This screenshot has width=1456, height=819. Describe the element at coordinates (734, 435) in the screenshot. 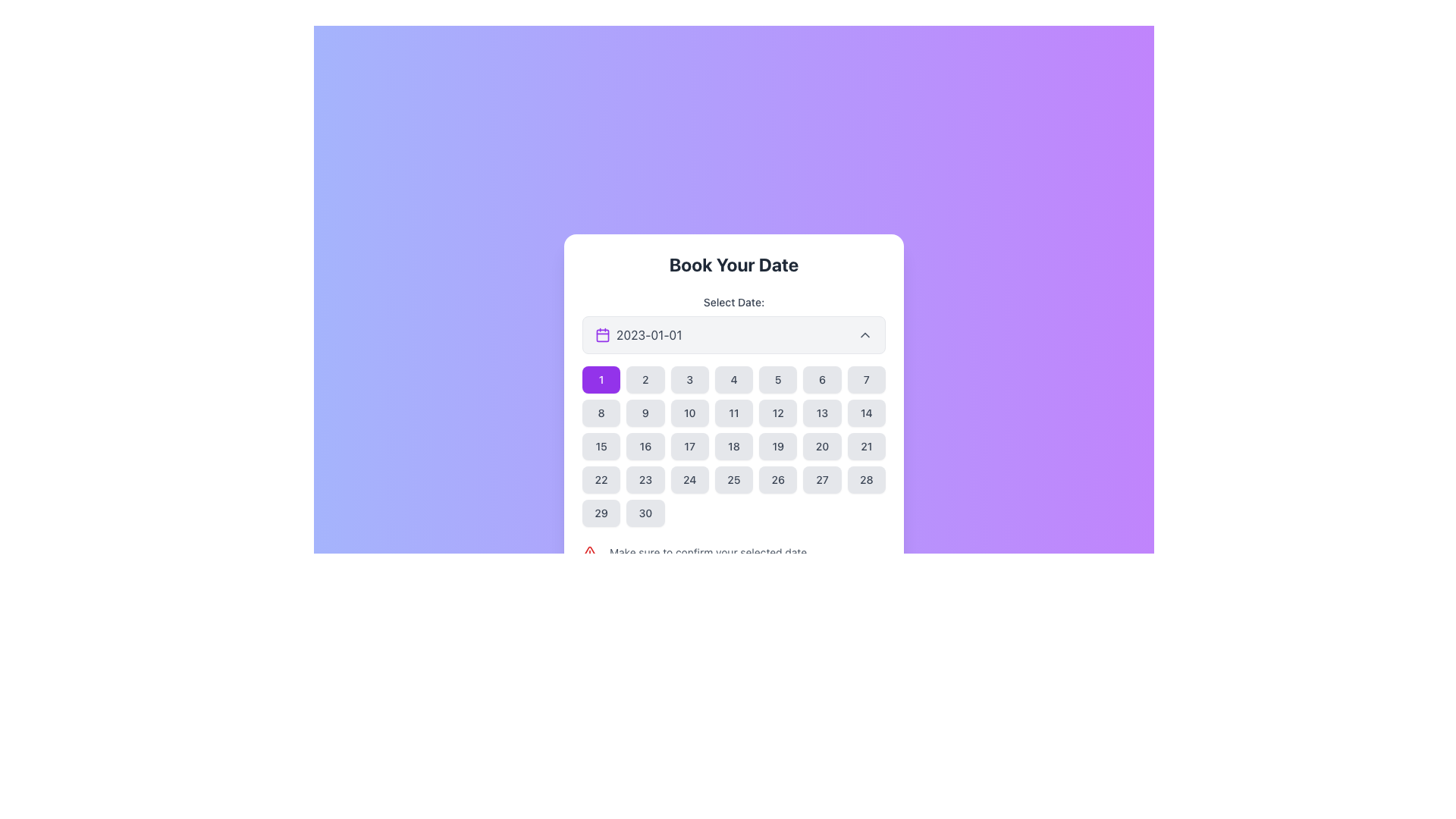

I see `a specific date in the Calendar UI component located centrally beneath the 'Book Your Date' text and 'Select Date' dropdown menu` at that location.